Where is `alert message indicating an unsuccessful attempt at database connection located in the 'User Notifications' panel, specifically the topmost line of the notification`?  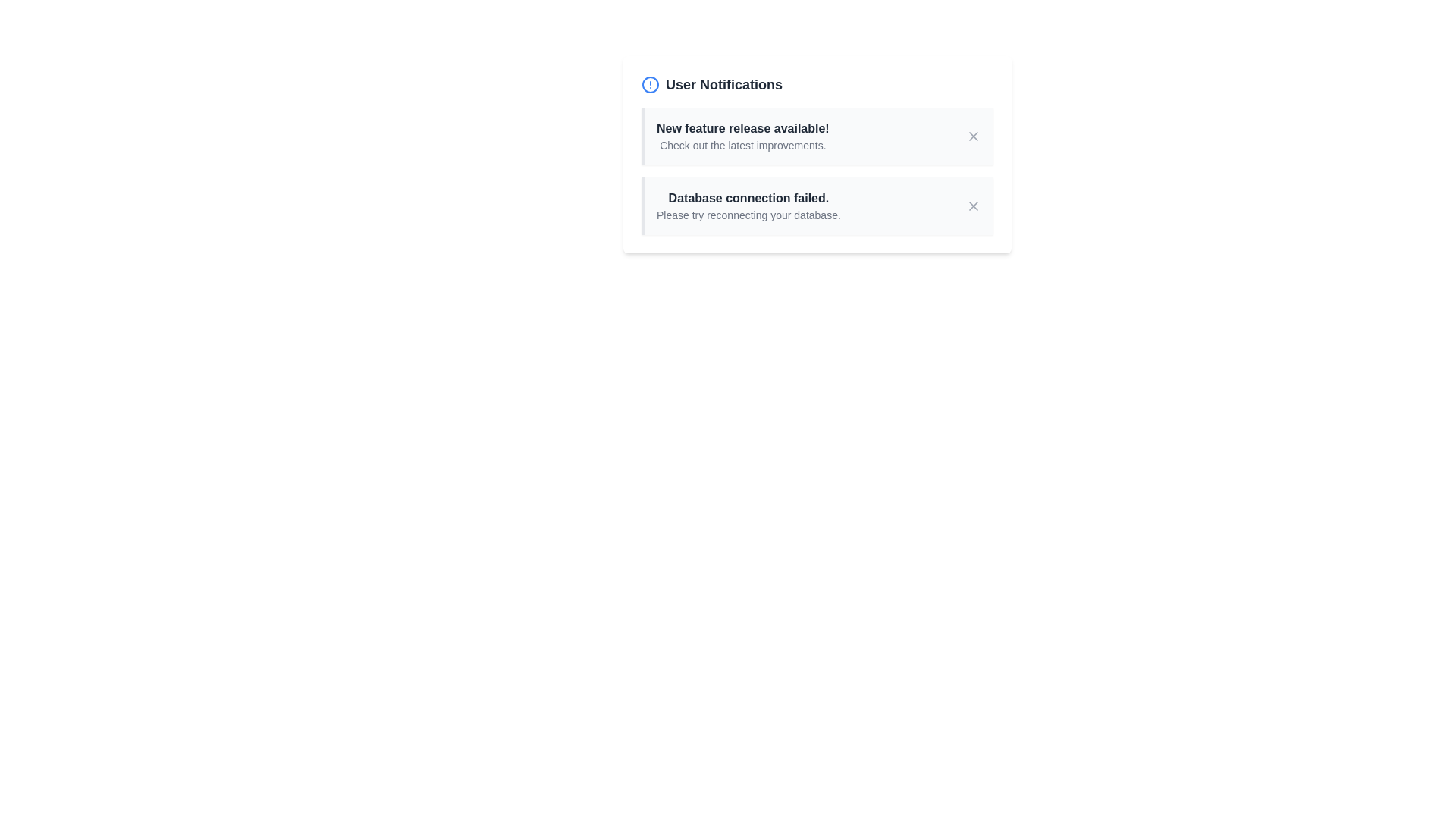
alert message indicating an unsuccessful attempt at database connection located in the 'User Notifications' panel, specifically the topmost line of the notification is located at coordinates (748, 198).